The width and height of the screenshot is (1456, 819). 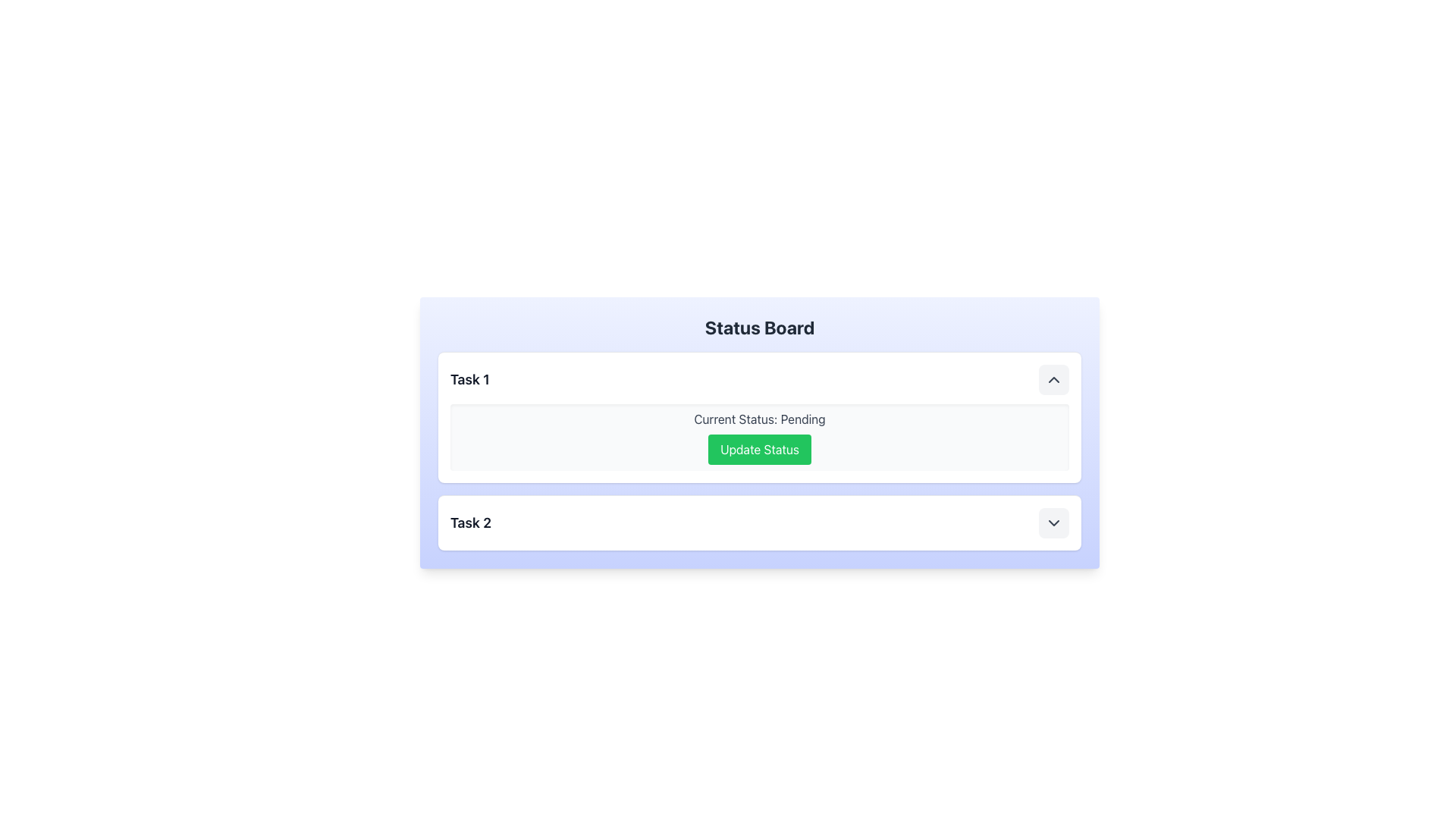 What do you see at coordinates (1053, 379) in the screenshot?
I see `the upward-pointing chevron icon located on the right side of the 'Task 1' section` at bounding box center [1053, 379].